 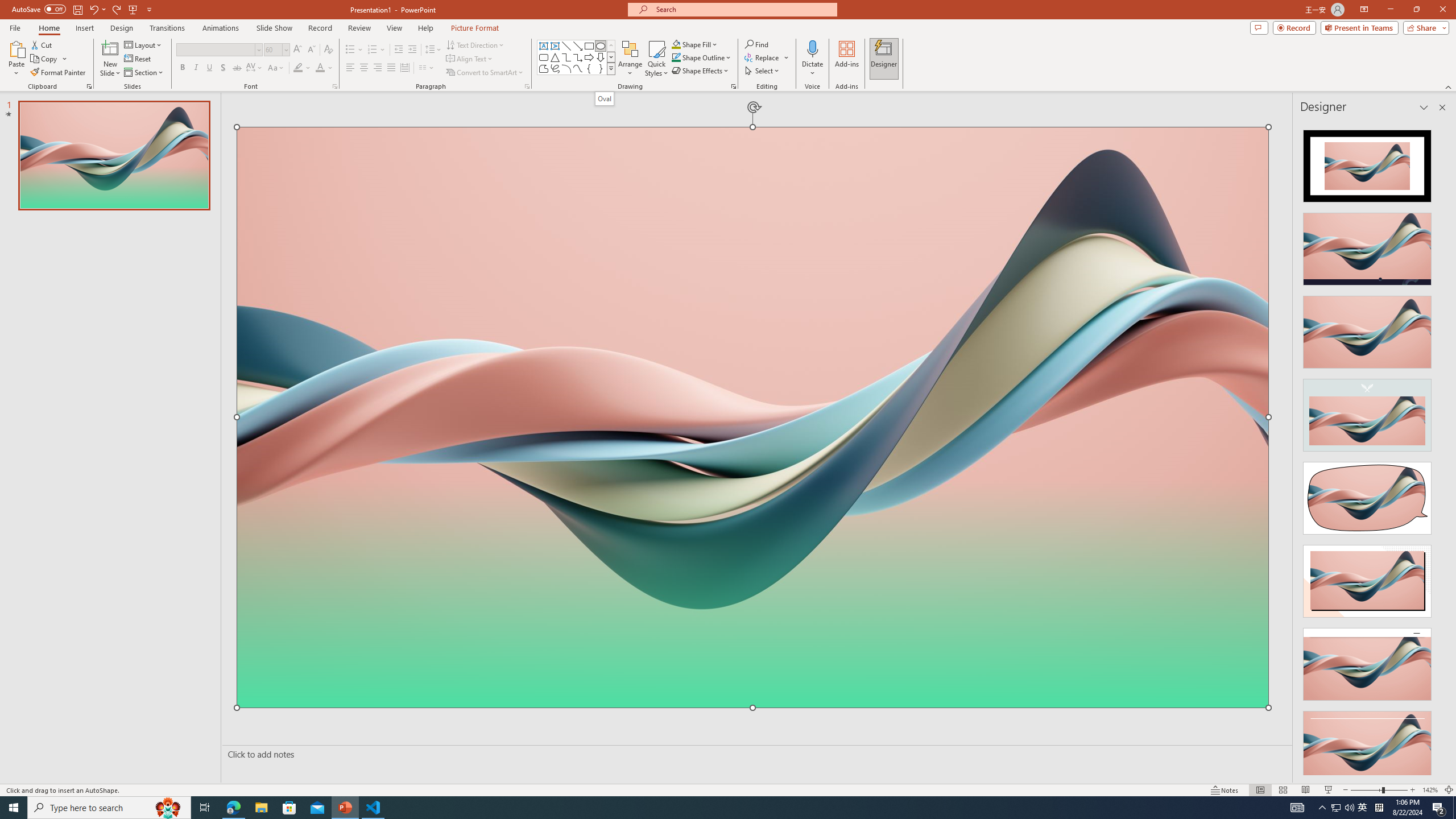 What do you see at coordinates (752, 417) in the screenshot?
I see `'Wavy 3D art'` at bounding box center [752, 417].